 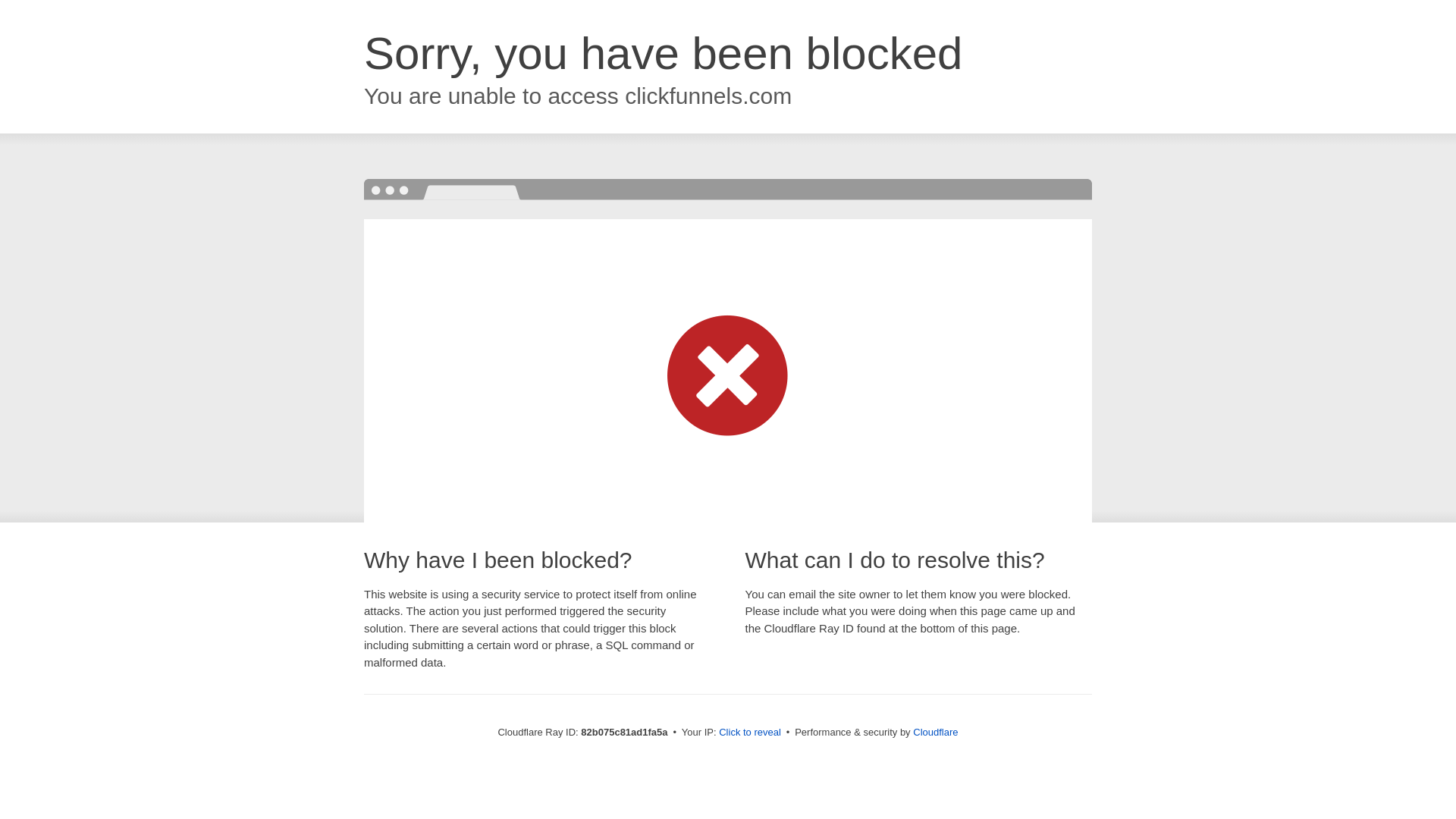 I want to click on 'Click to reveal', so click(x=718, y=731).